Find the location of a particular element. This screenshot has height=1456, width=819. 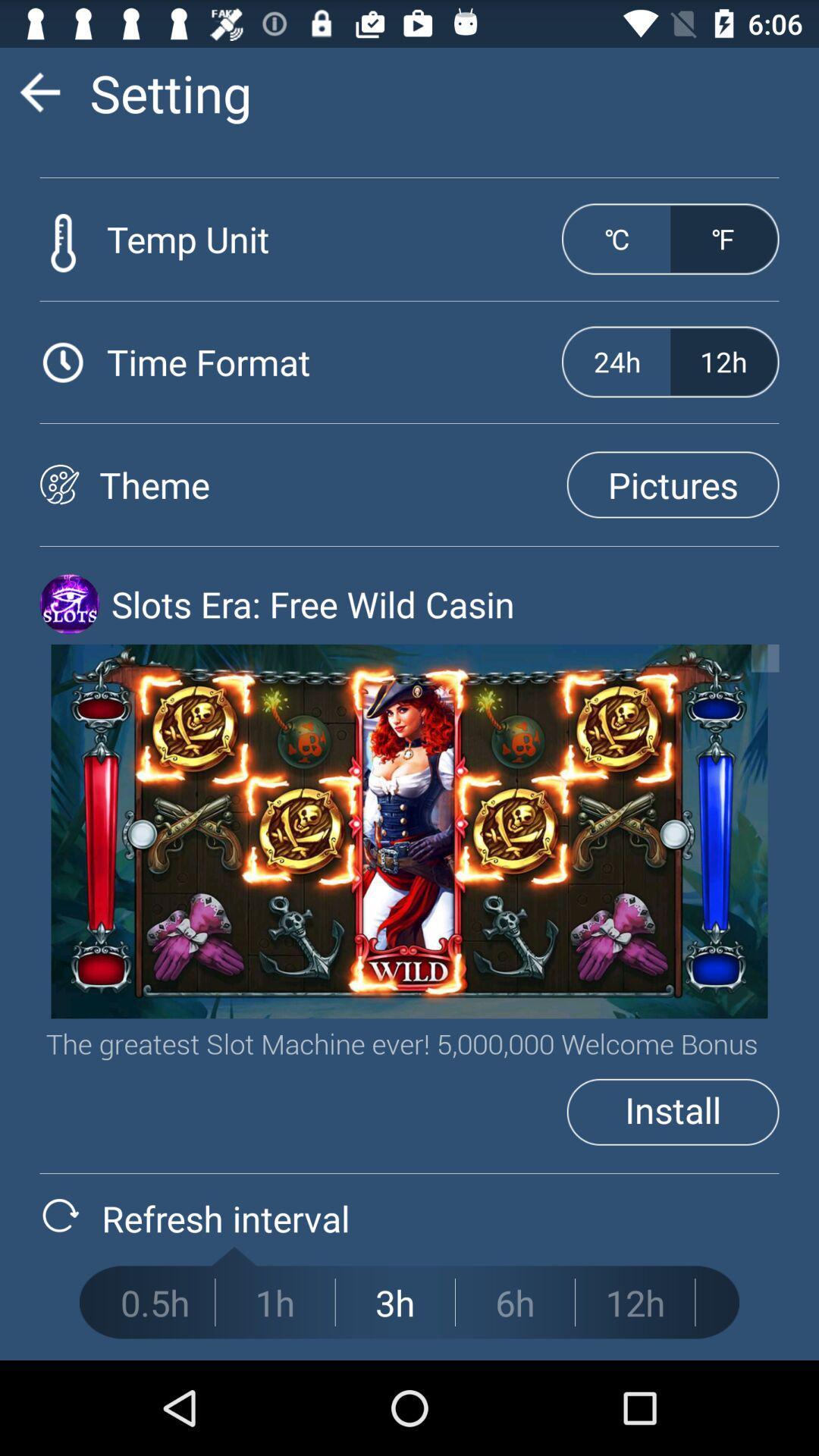

the arrow_backward icon is located at coordinates (39, 98).